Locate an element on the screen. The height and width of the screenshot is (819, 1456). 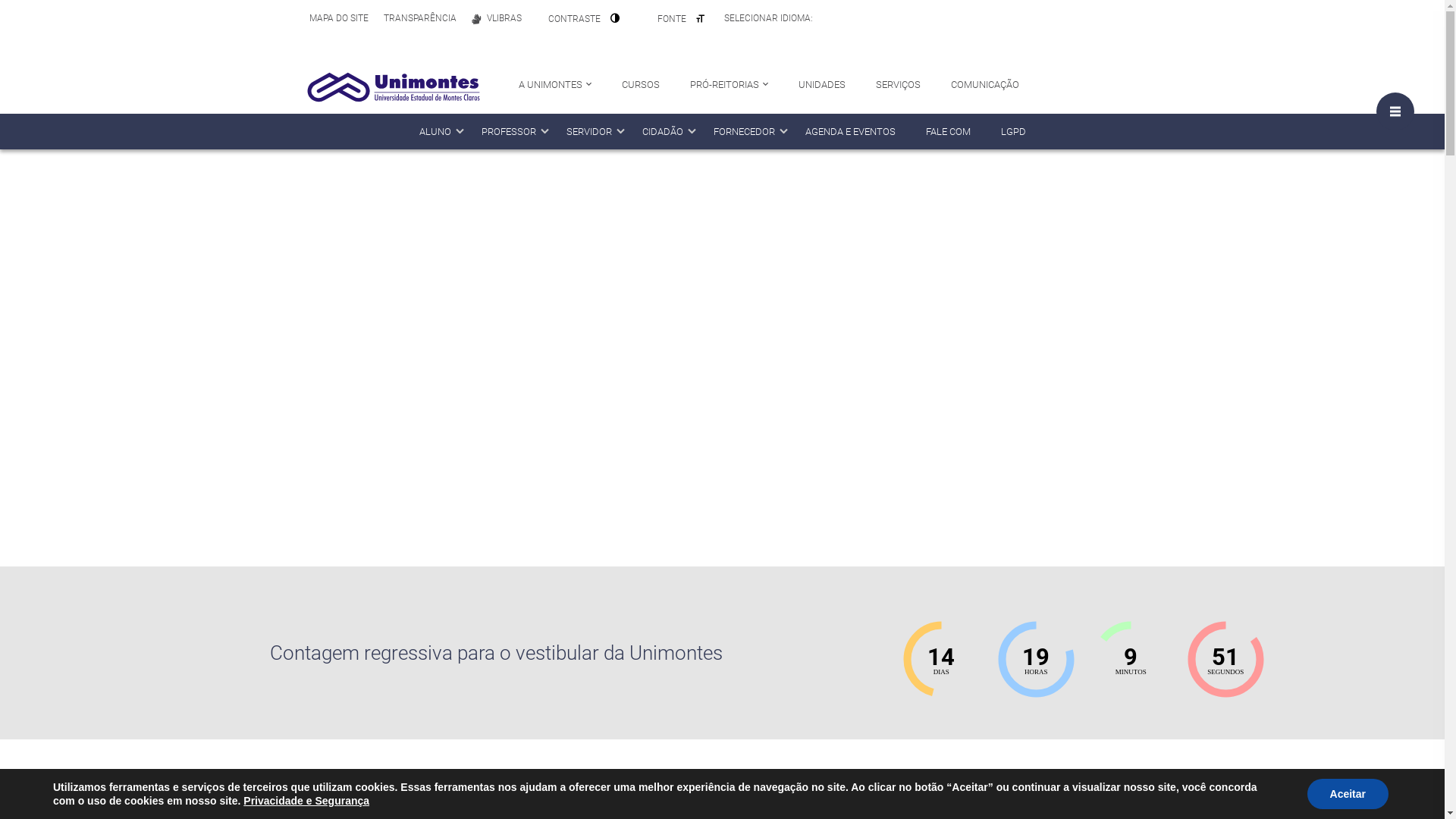
'AGENDA E EVENTOS' is located at coordinates (850, 130).